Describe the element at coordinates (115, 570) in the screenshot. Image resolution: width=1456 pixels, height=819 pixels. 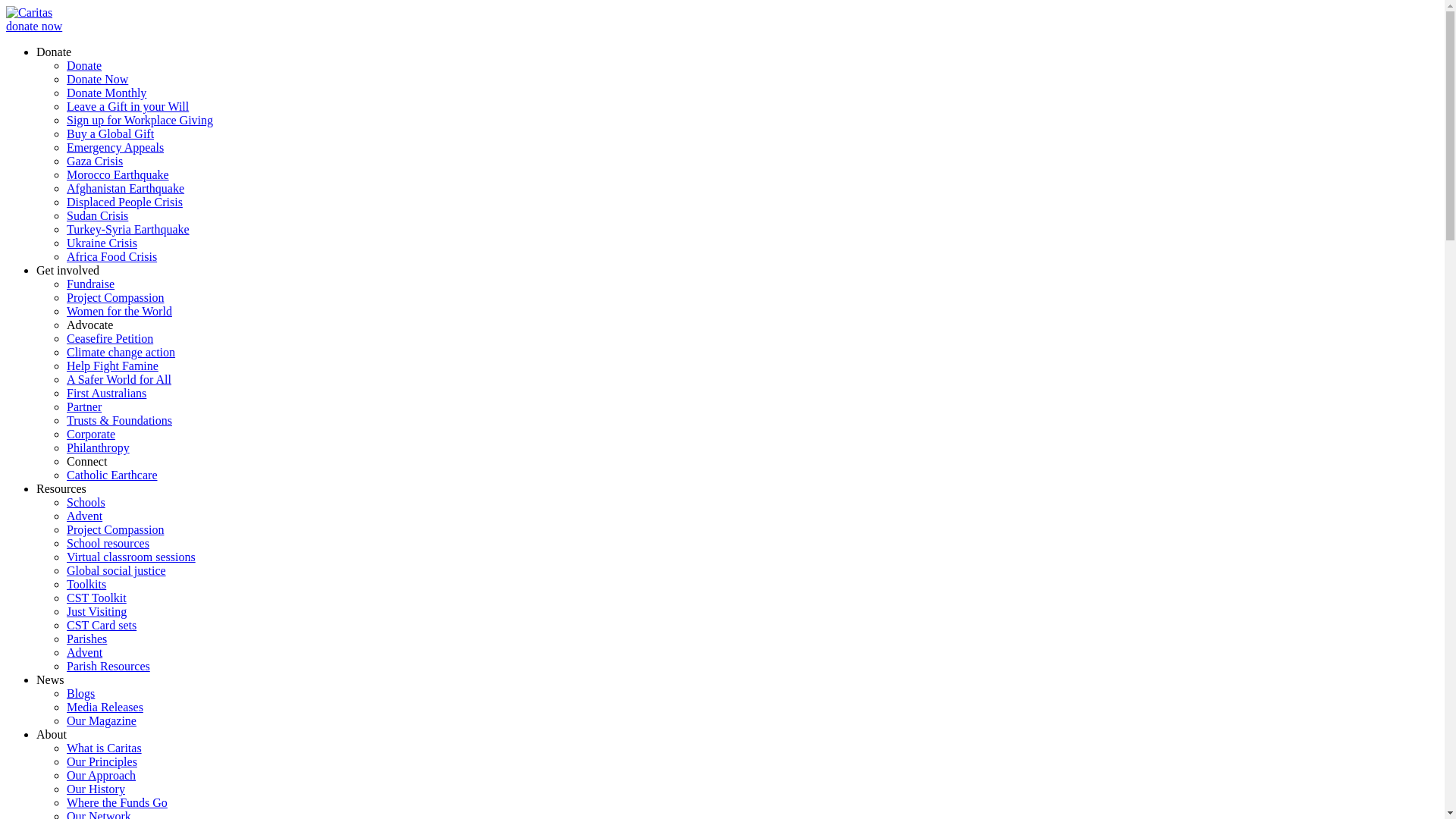
I see `'Global social justice'` at that location.